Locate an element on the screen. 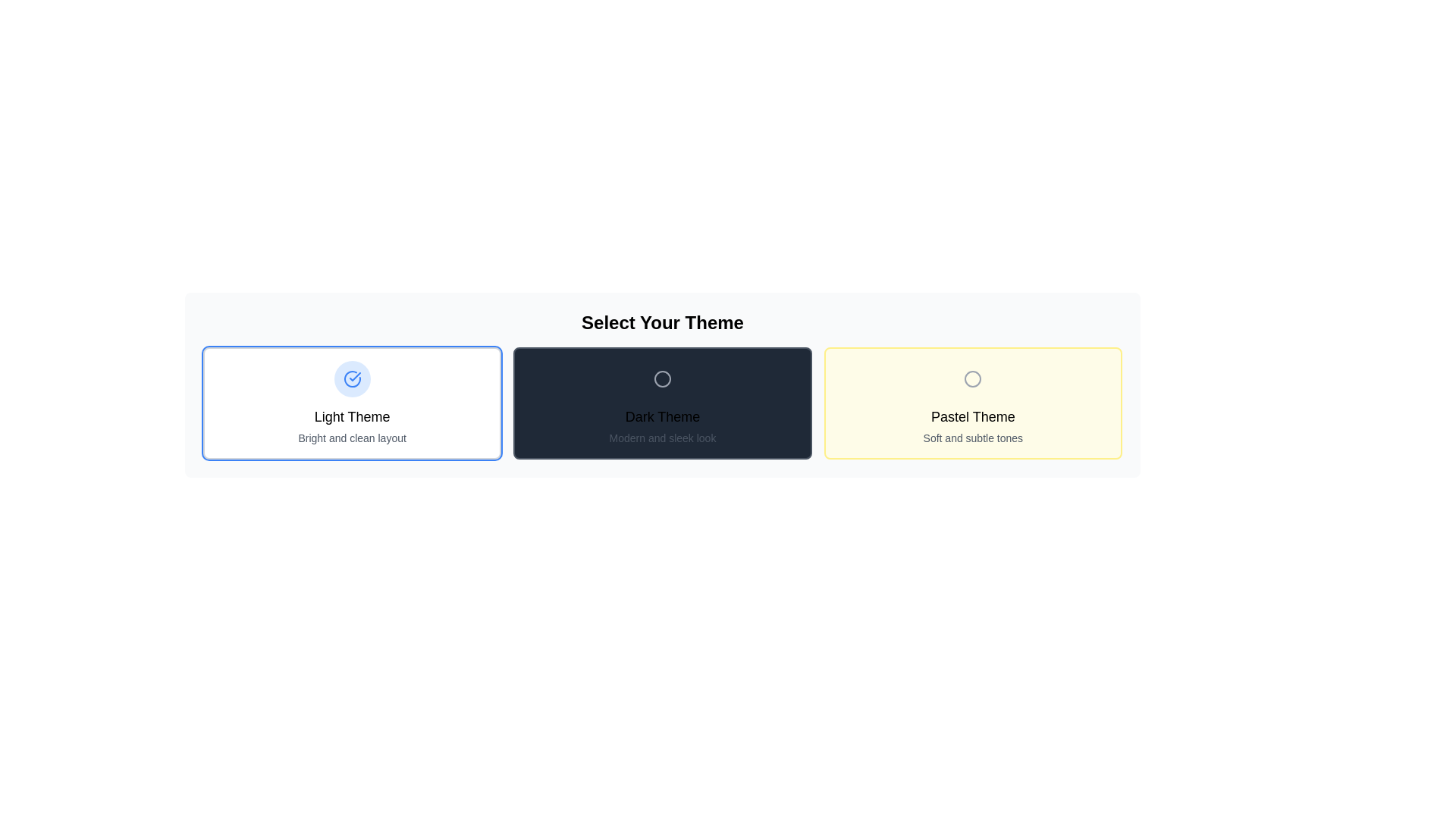 Image resolution: width=1456 pixels, height=819 pixels. the 'Pastel Theme' text label, which is styled with a large font size and medium weight, located in a yellow-toned rectangular section, part of the theme selection options is located at coordinates (973, 417).